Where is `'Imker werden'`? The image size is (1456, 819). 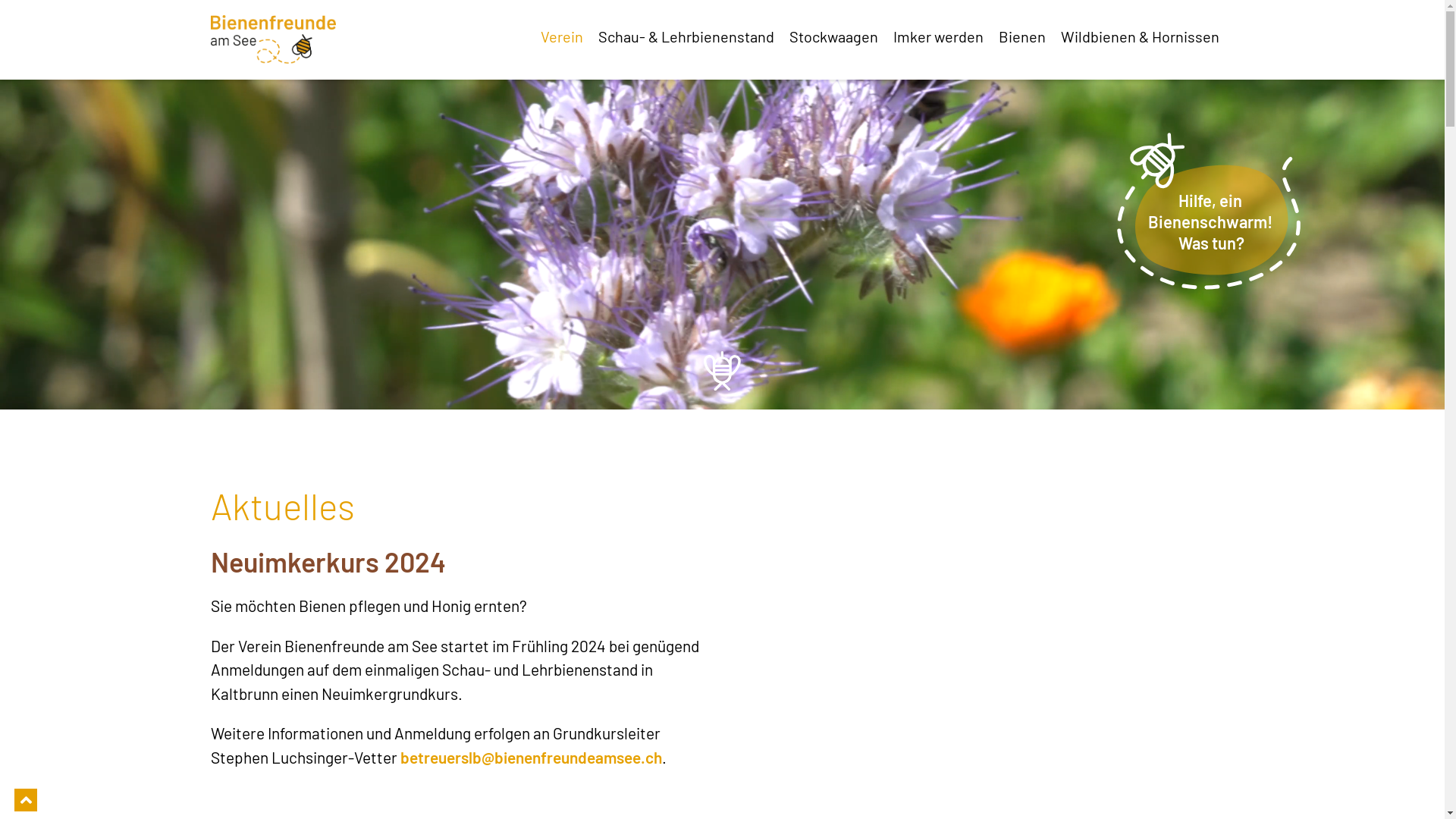 'Imker werden' is located at coordinates (945, 35).